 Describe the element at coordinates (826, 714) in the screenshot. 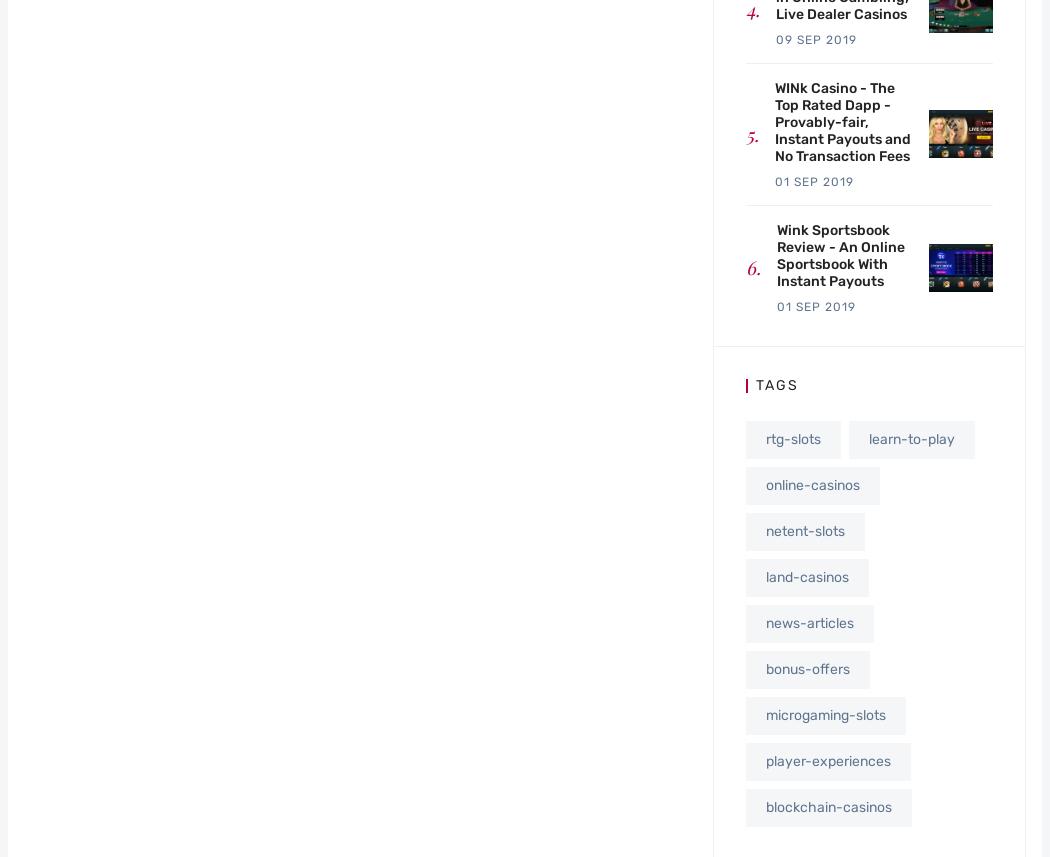

I see `'microgaming-slots'` at that location.